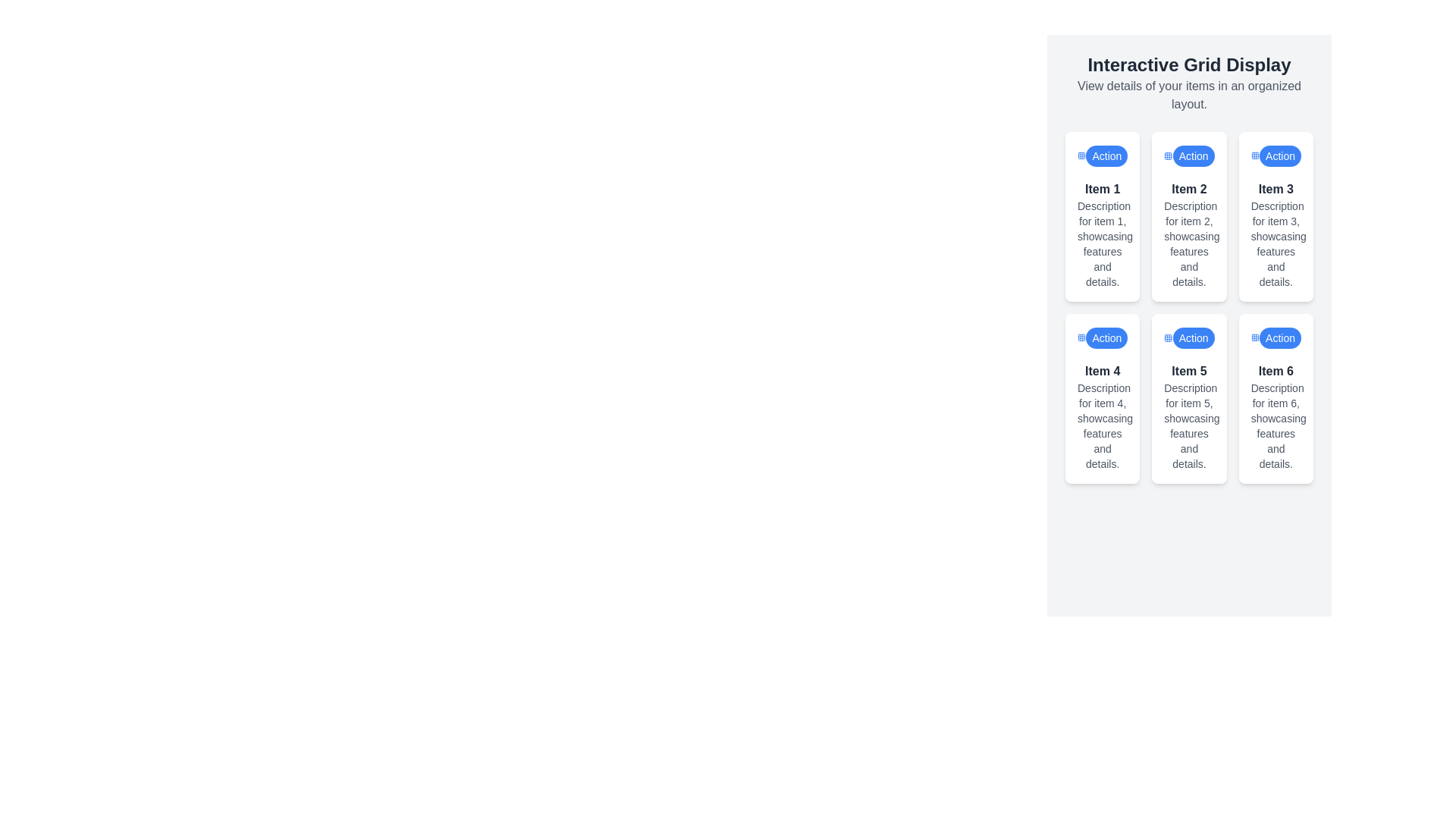 The width and height of the screenshot is (1456, 819). I want to click on the blue button labeled 'Action' with a grid icon on the left, located in the top-right corner of the 'Item 2' card in the 'Interactive Grid Display', so click(1188, 155).